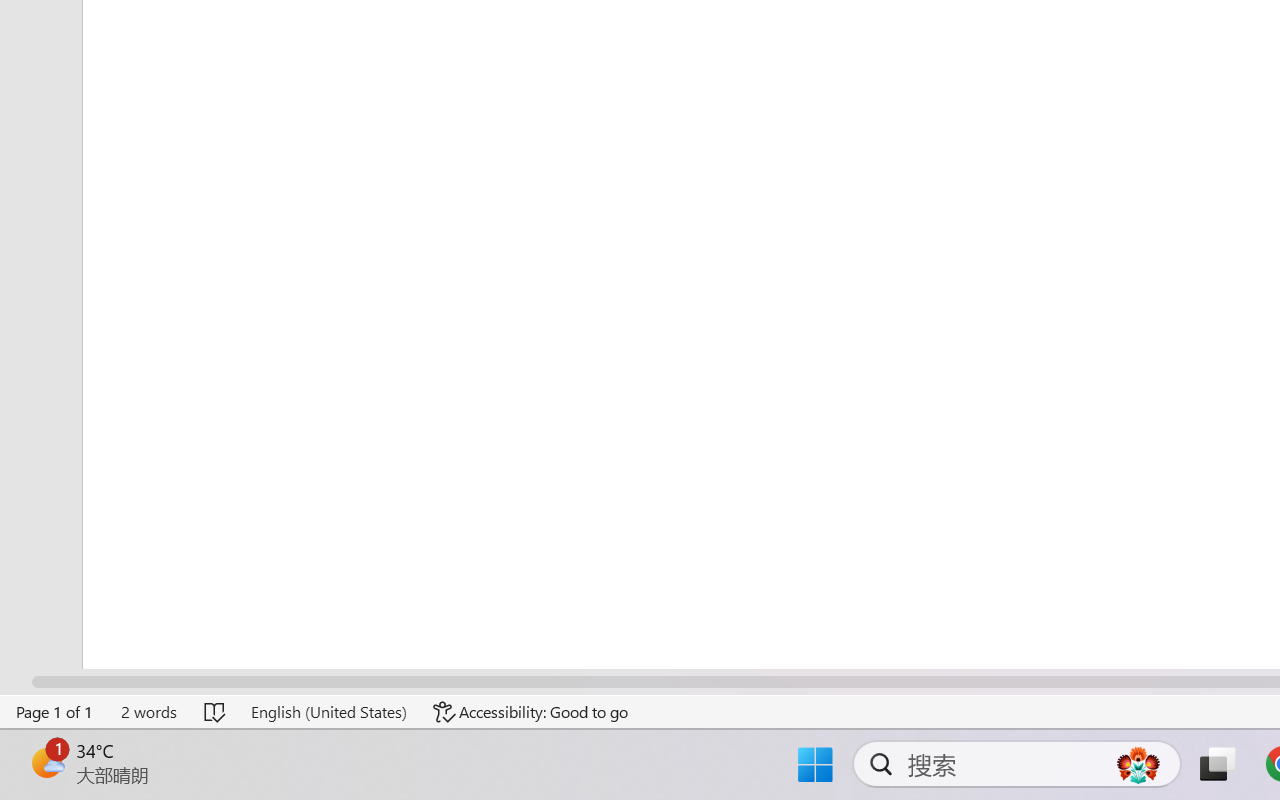 The width and height of the screenshot is (1280, 800). What do you see at coordinates (55, 711) in the screenshot?
I see `'Page Number Page 1 of 1'` at bounding box center [55, 711].